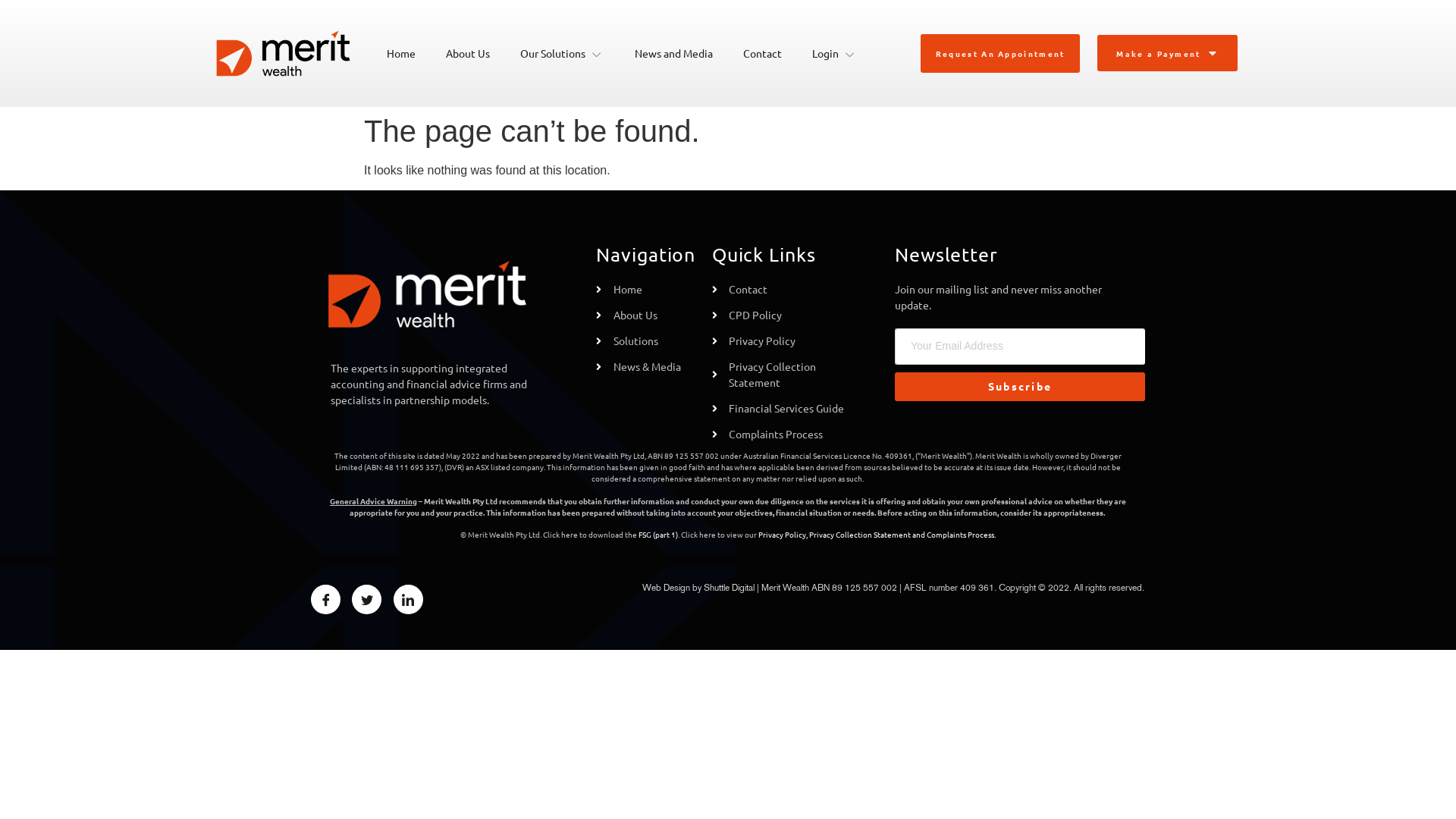 The width and height of the screenshot is (1456, 819). Describe the element at coordinates (784, 374) in the screenshot. I see `'Privacy Collection Statement'` at that location.